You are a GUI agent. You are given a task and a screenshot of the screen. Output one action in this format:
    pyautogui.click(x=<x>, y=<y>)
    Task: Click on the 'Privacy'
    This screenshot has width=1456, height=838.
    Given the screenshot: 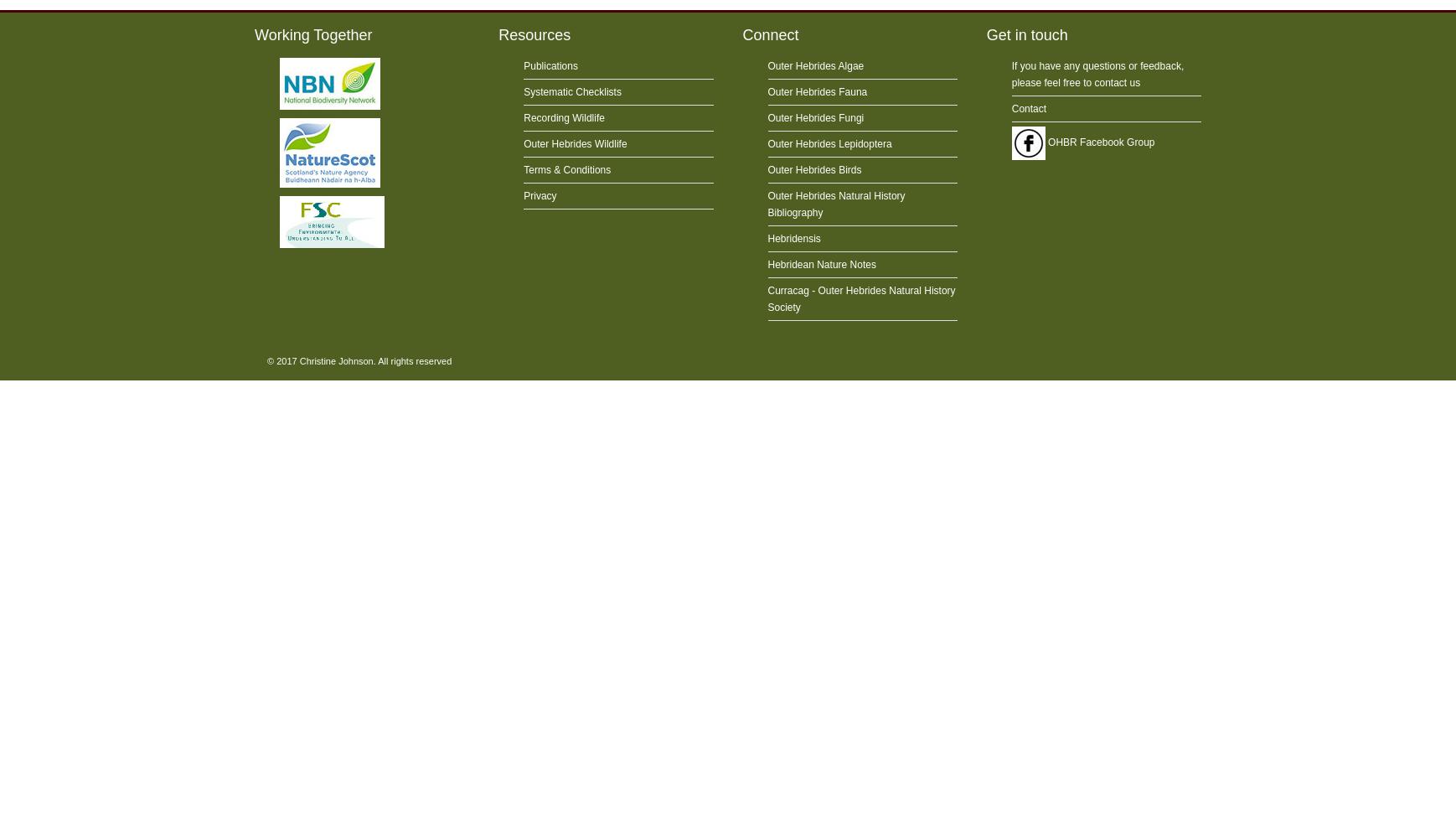 What is the action you would take?
    pyautogui.click(x=540, y=195)
    